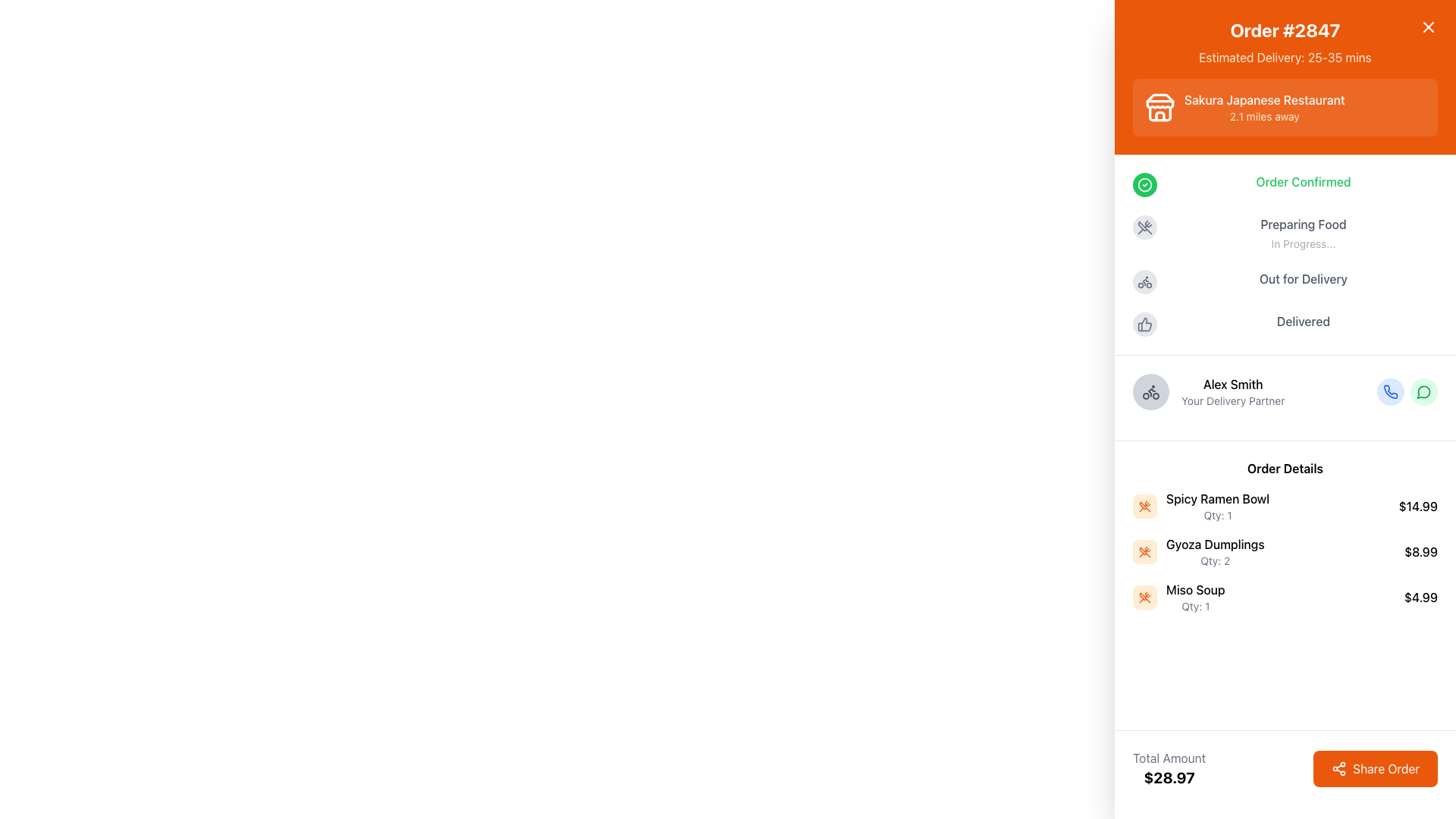 The image size is (1456, 819). I want to click on information displayed on the Informational Card located in the orange header at the top of the panel, which provides details about the restaurant associated with the order, so click(1284, 107).